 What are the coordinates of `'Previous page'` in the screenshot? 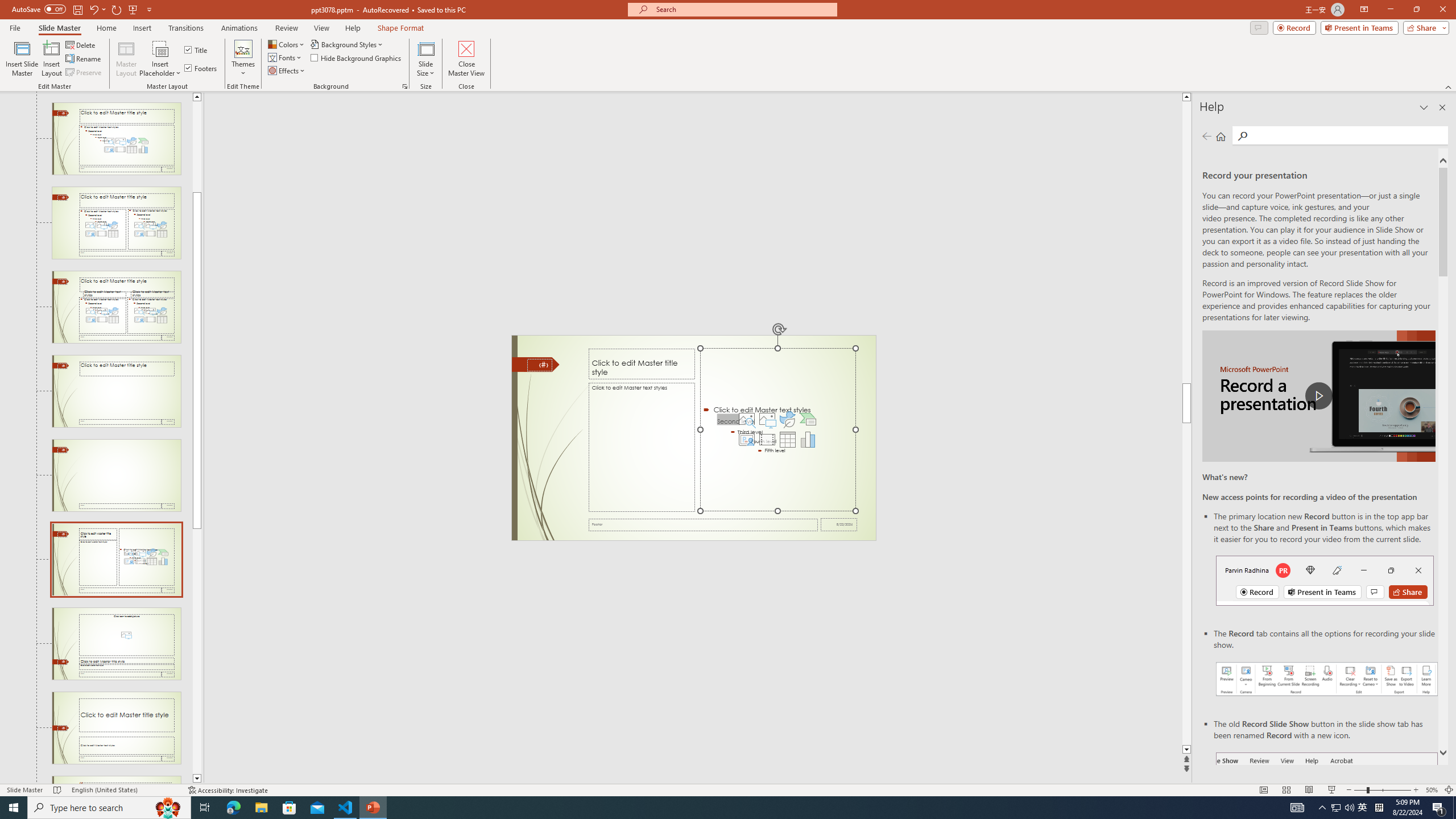 It's located at (1206, 135).